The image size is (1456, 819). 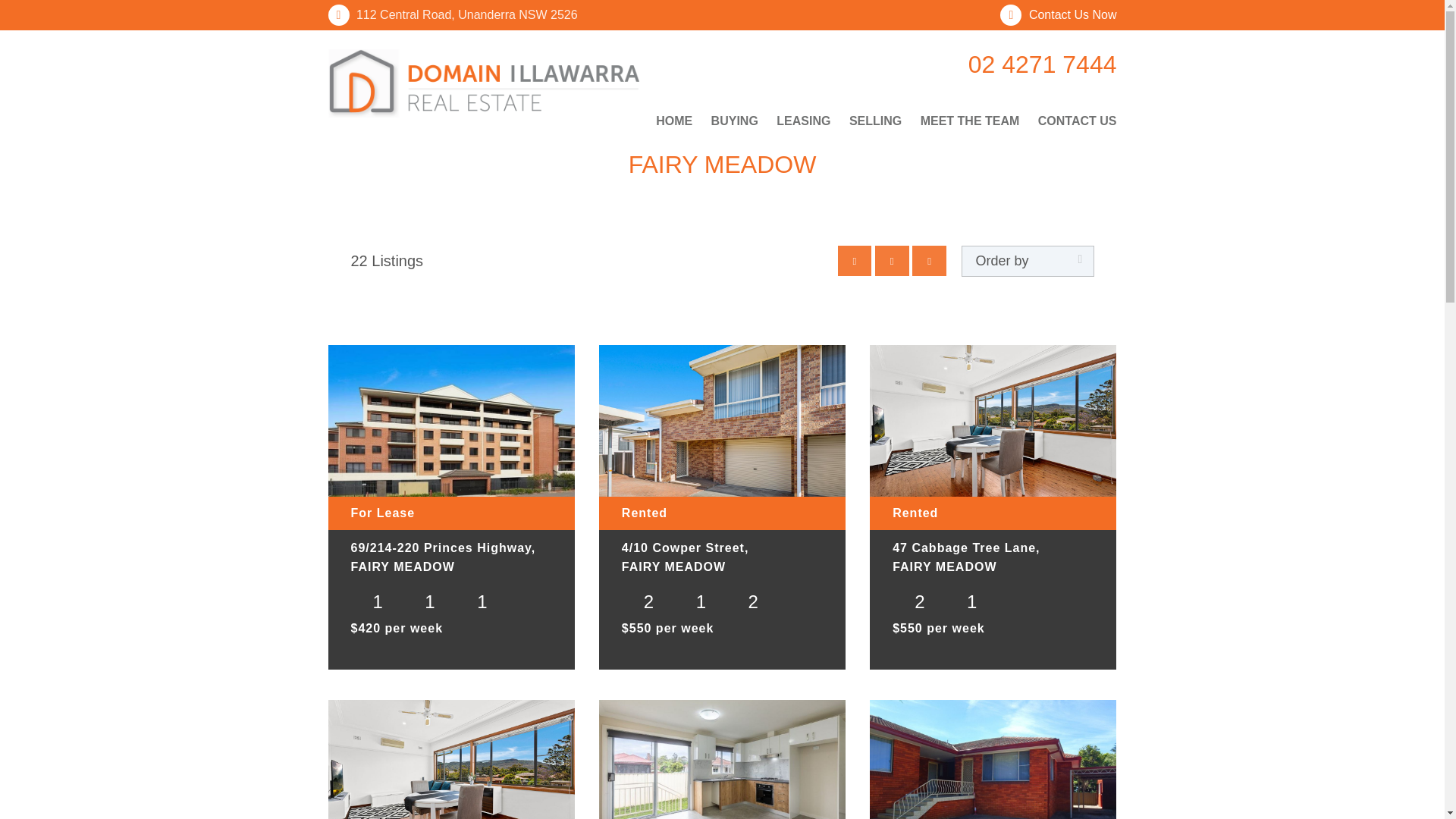 What do you see at coordinates (928, 259) in the screenshot?
I see `'List View'` at bounding box center [928, 259].